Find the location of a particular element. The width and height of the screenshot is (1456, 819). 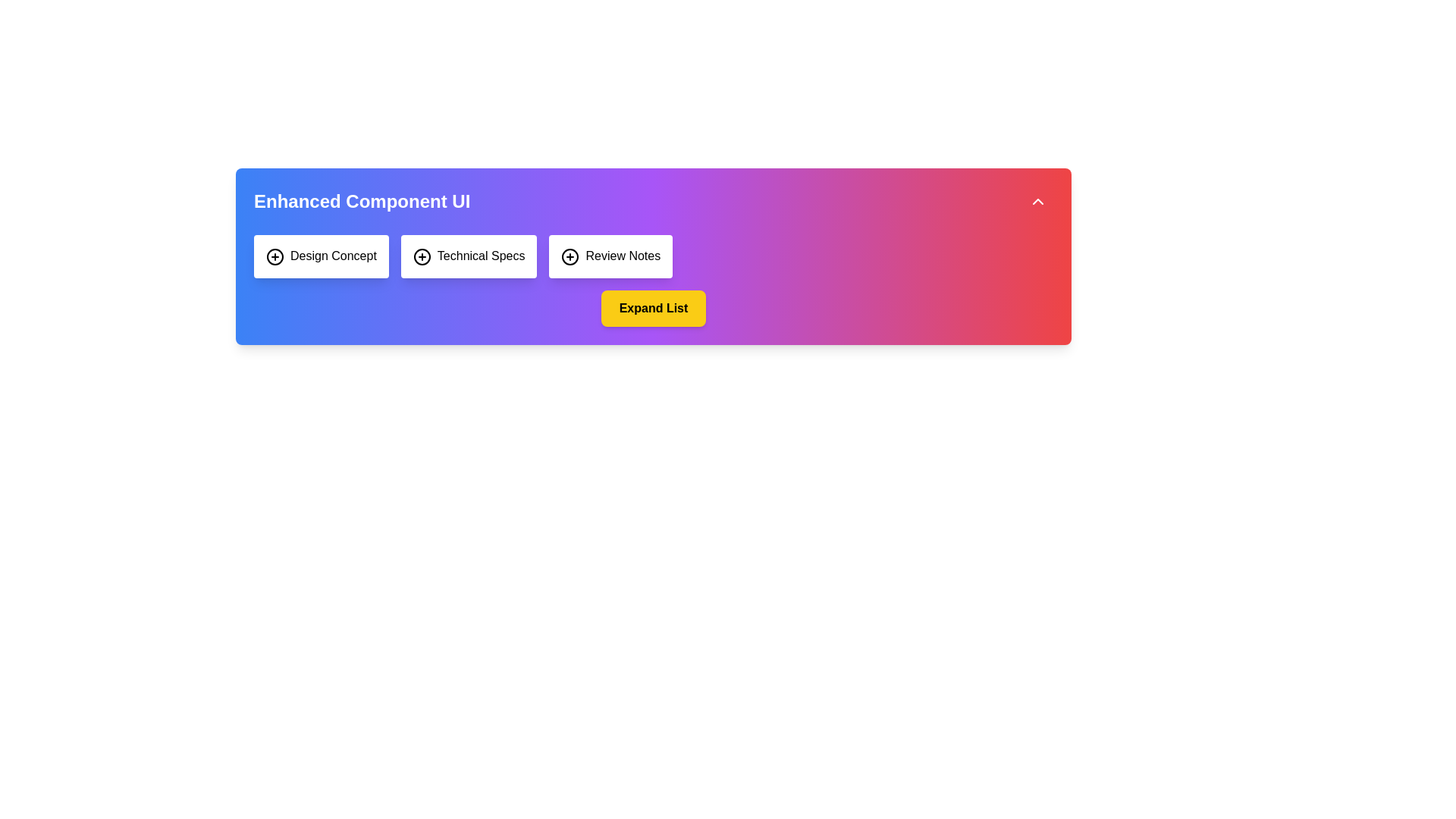

the small rounded square button with a solid red background and a white upward-pointing chevron icon is located at coordinates (1037, 201).